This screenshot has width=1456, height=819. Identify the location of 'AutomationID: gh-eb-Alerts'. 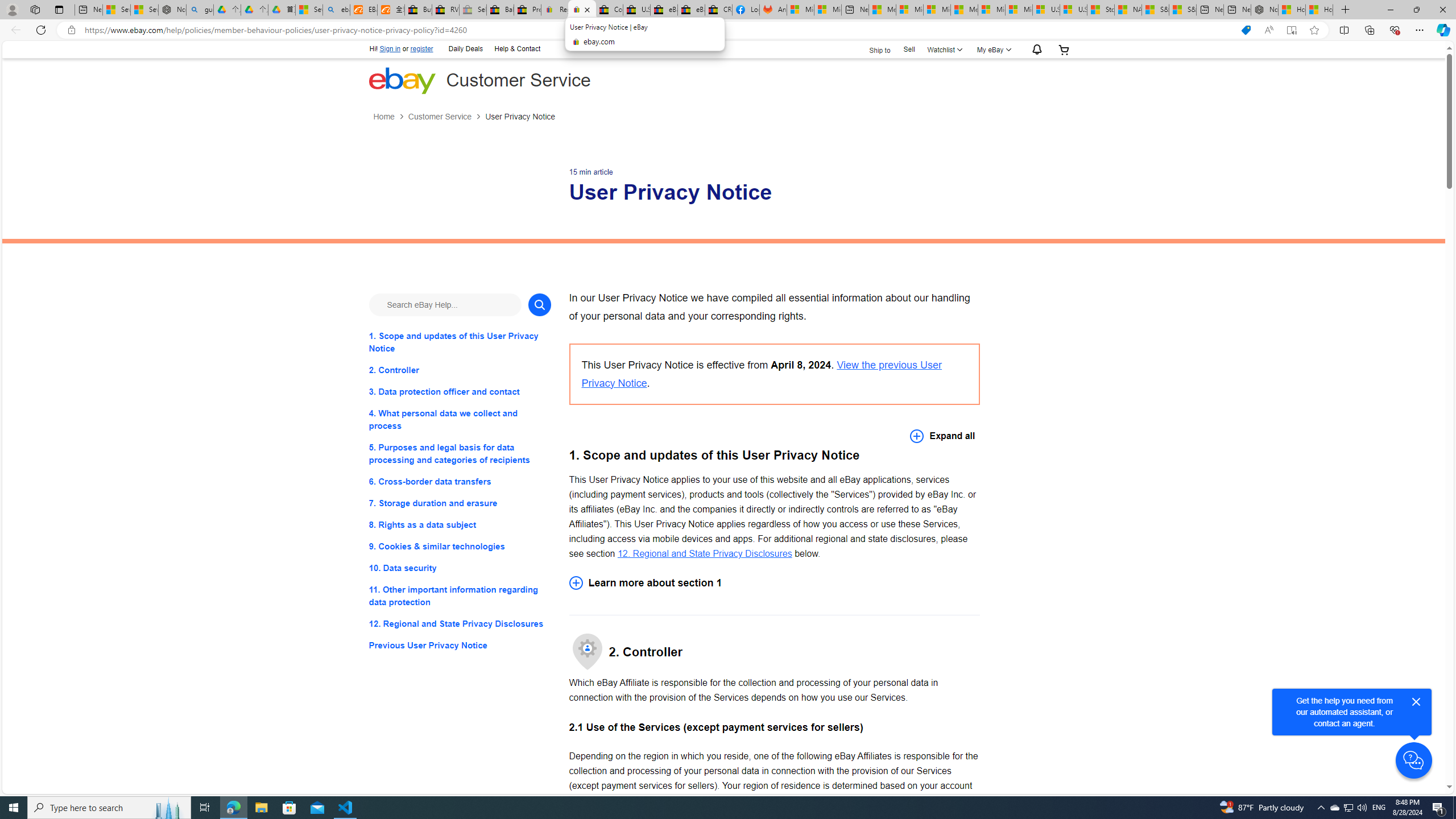
(1035, 49).